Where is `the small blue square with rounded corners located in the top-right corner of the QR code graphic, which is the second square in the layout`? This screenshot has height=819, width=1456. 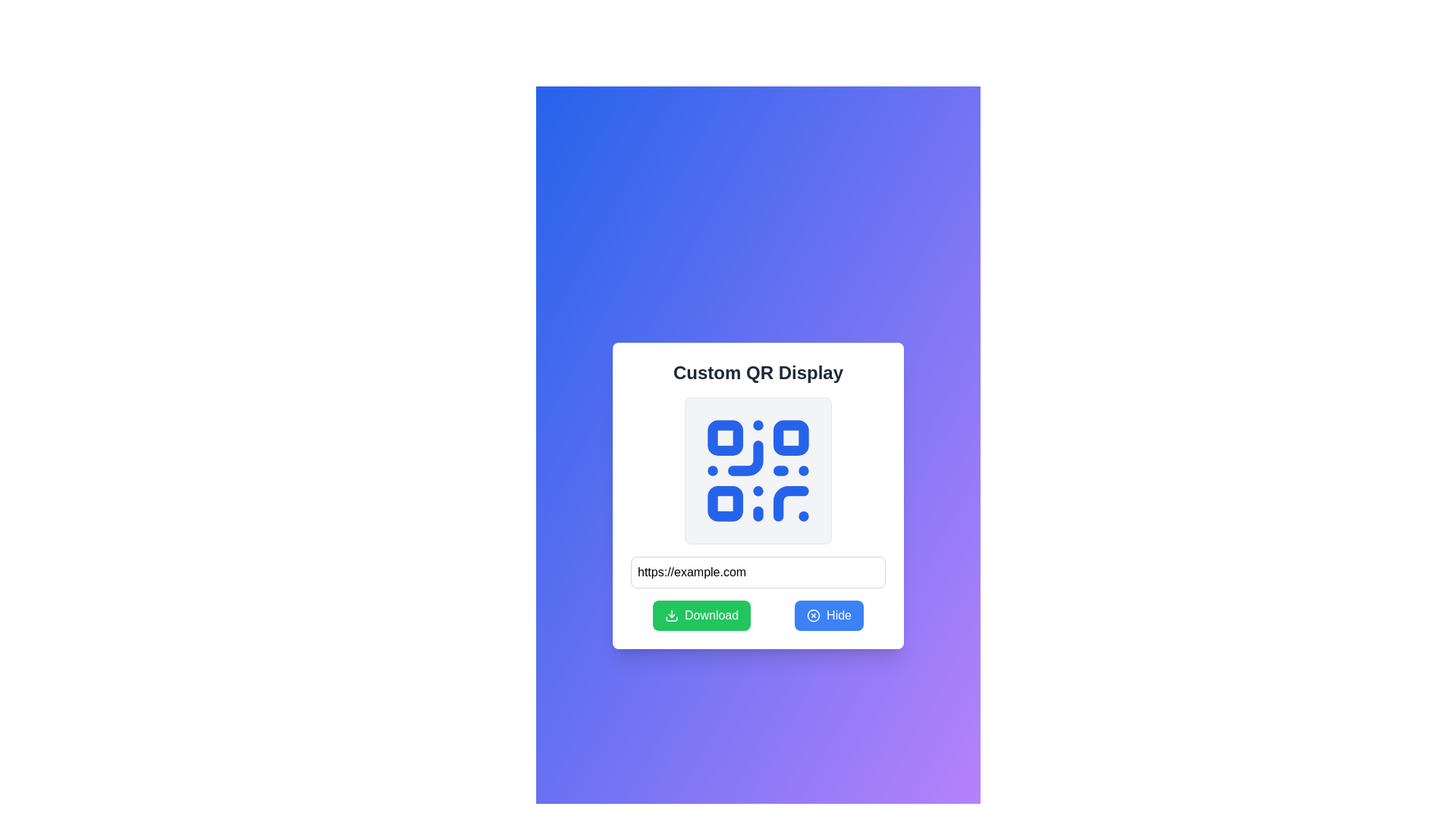 the small blue square with rounded corners located in the top-right corner of the QR code graphic, which is the second square in the layout is located at coordinates (790, 438).